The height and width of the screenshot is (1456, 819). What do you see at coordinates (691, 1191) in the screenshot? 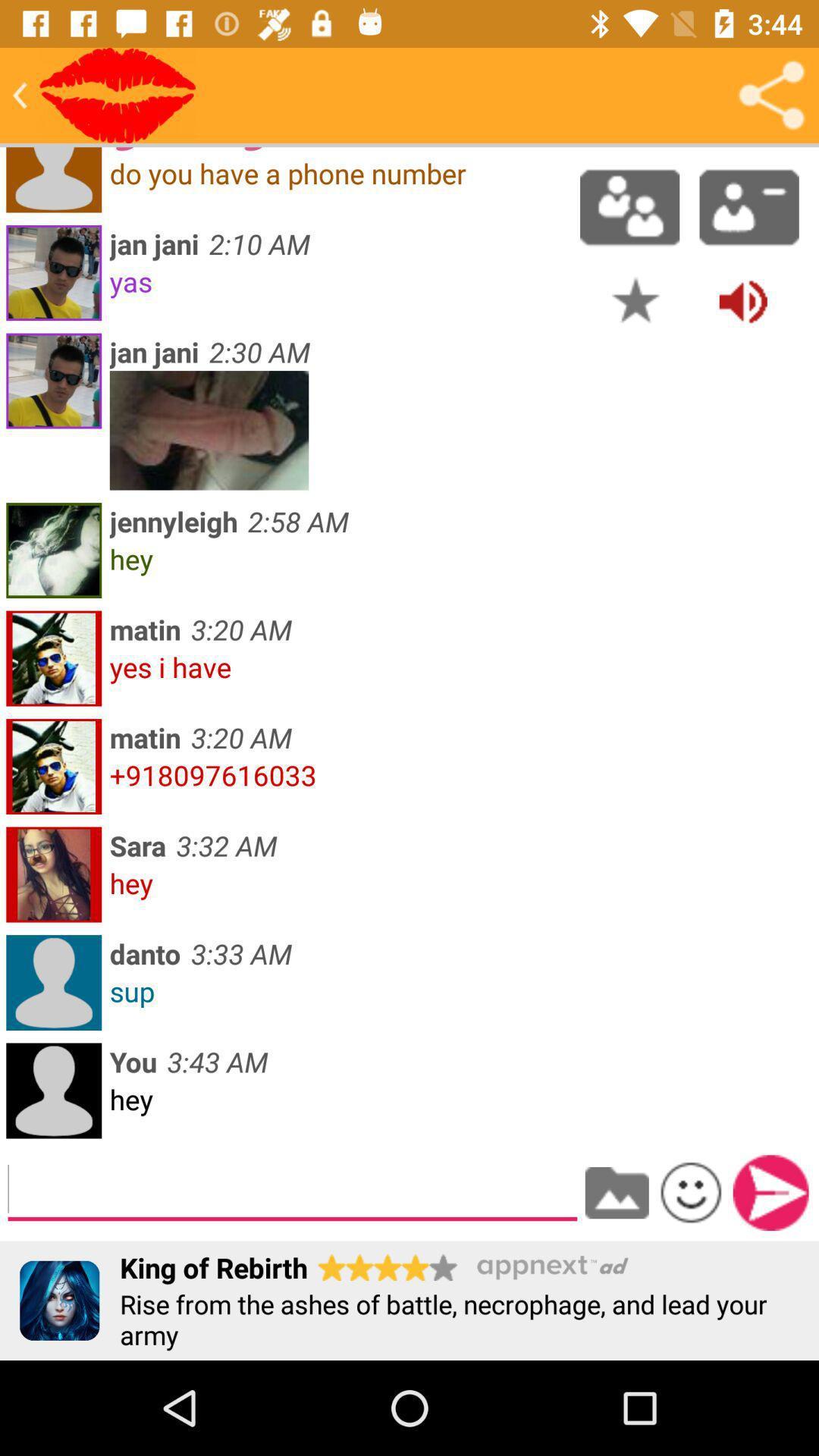
I see `emogi` at bounding box center [691, 1191].